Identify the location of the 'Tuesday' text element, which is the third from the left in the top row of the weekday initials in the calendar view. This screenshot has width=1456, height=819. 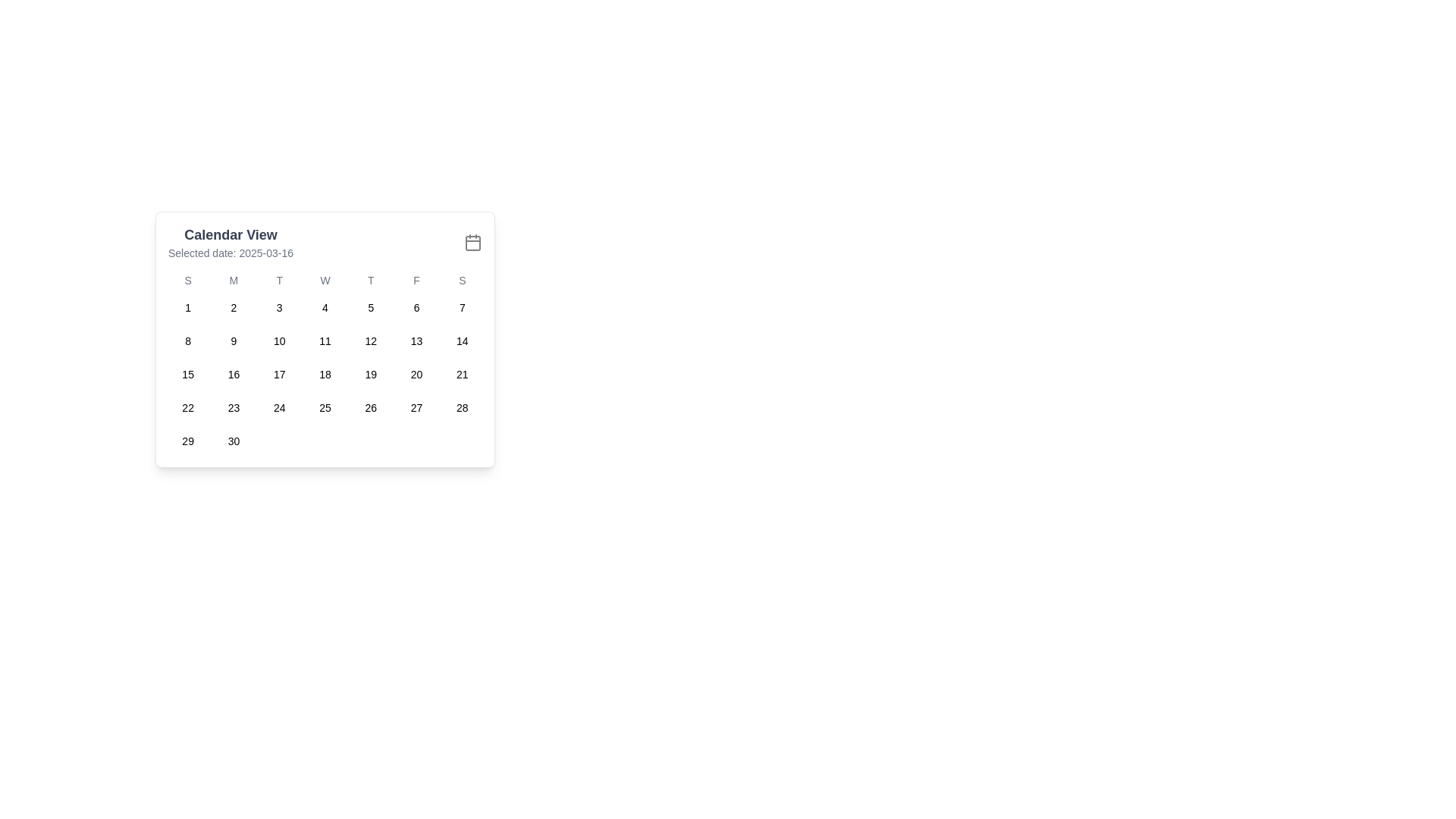
(279, 281).